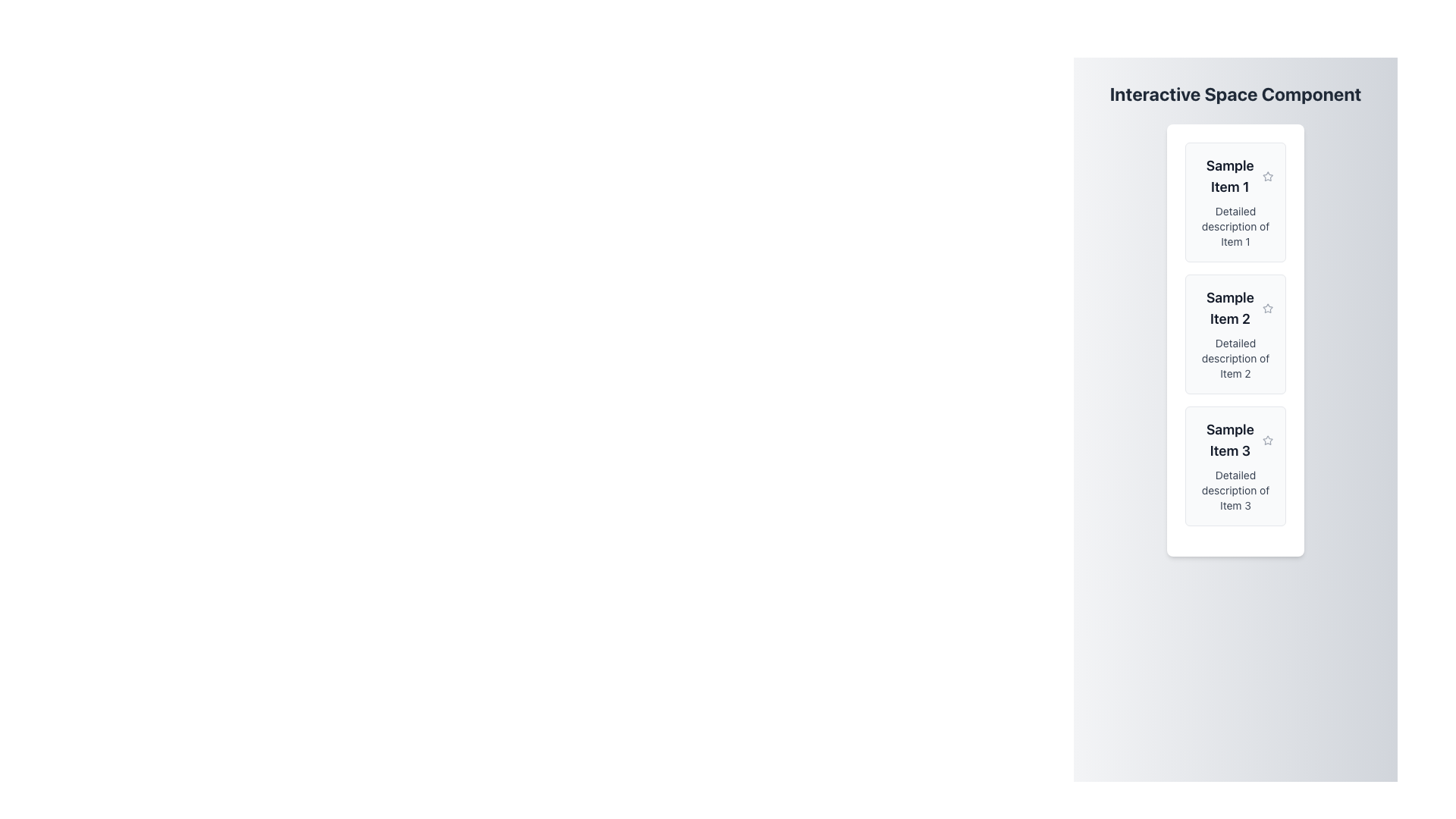 Image resolution: width=1456 pixels, height=819 pixels. Describe the element at coordinates (1267, 175) in the screenshot. I see `the rating icon located to the right of the 'Sample Item 1' text in the first information card` at that location.